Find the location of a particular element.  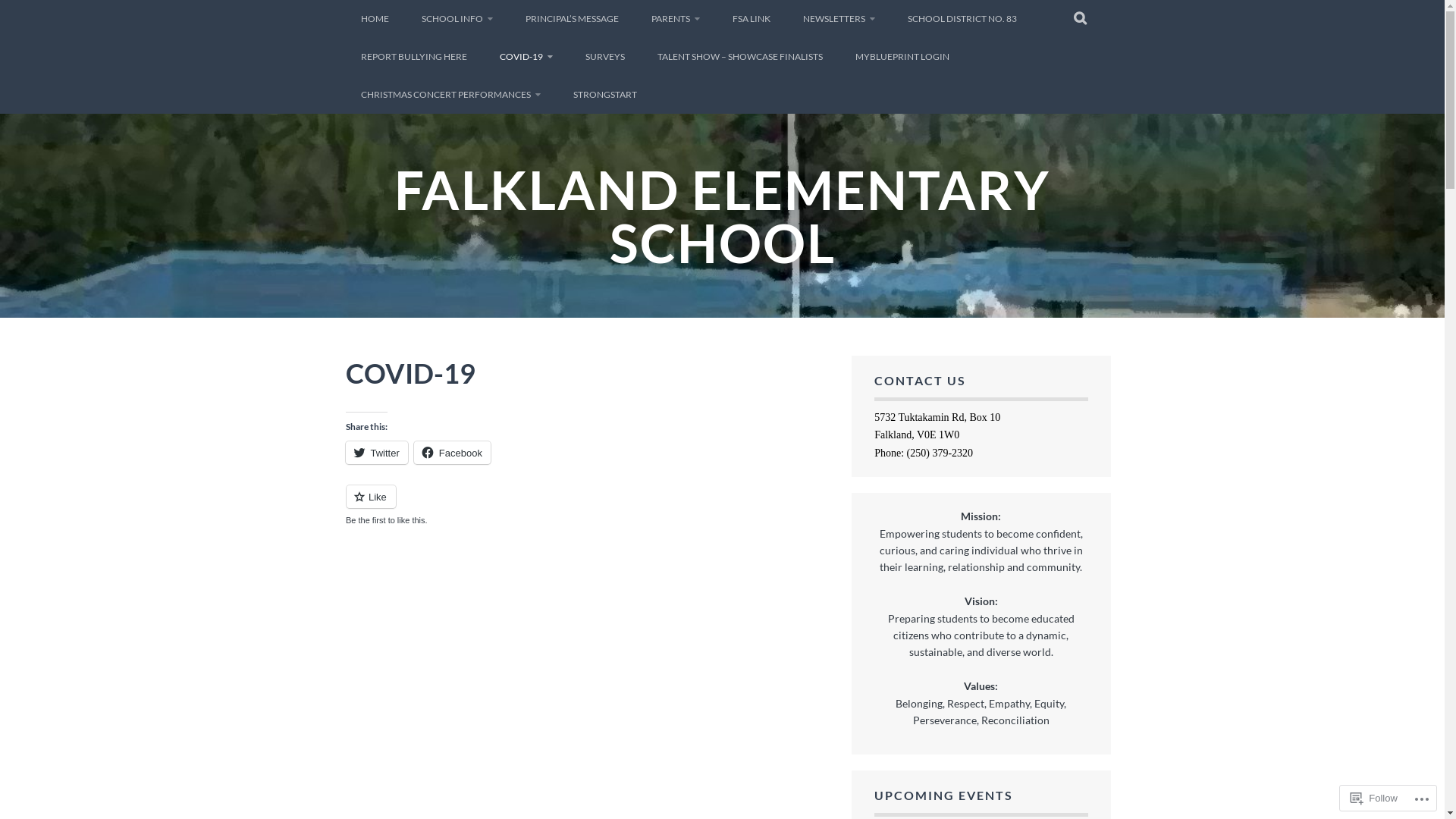

'NEWSLETTERS' is located at coordinates (837, 18).